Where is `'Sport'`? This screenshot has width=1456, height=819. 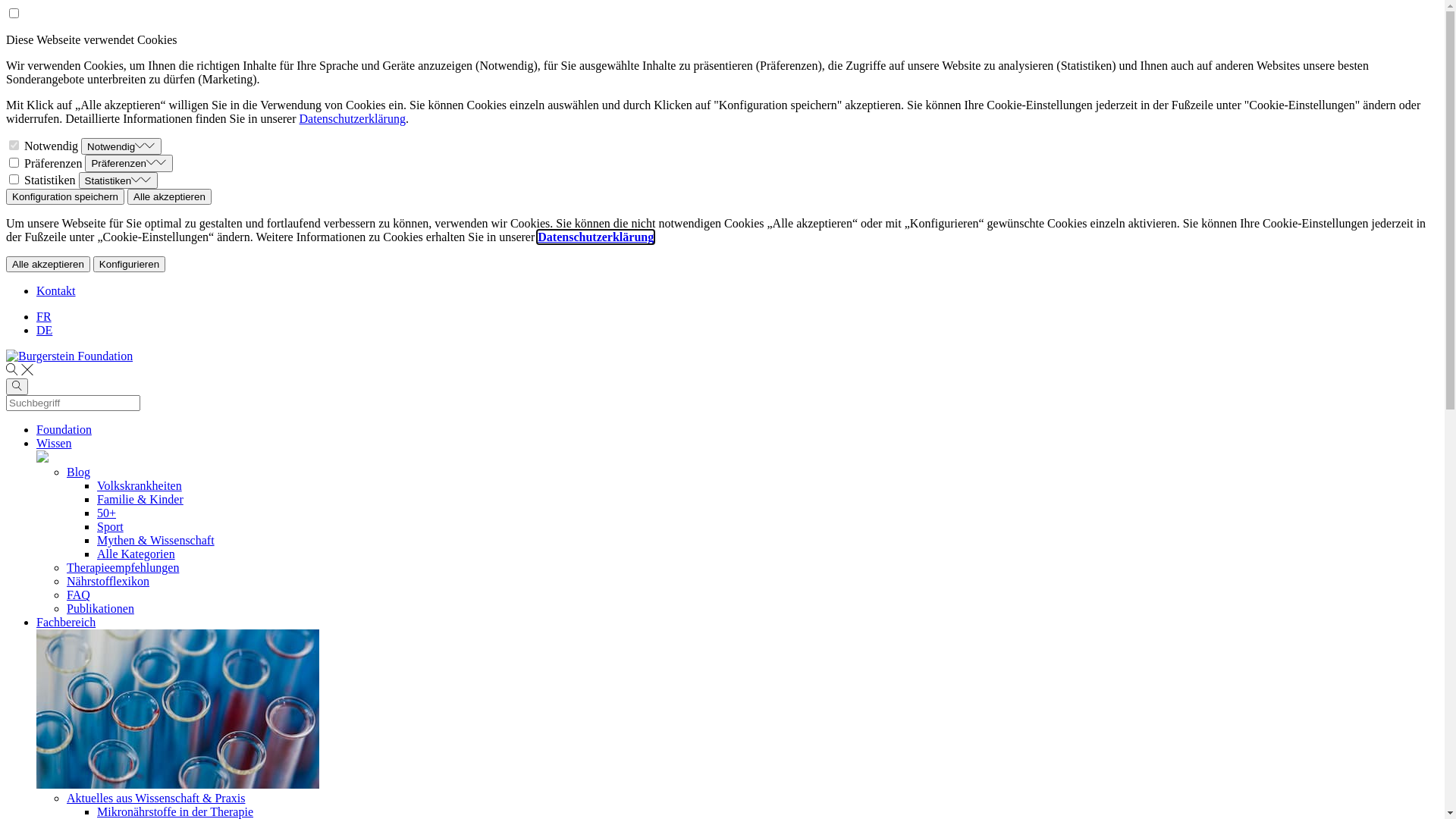
'Sport' is located at coordinates (109, 526).